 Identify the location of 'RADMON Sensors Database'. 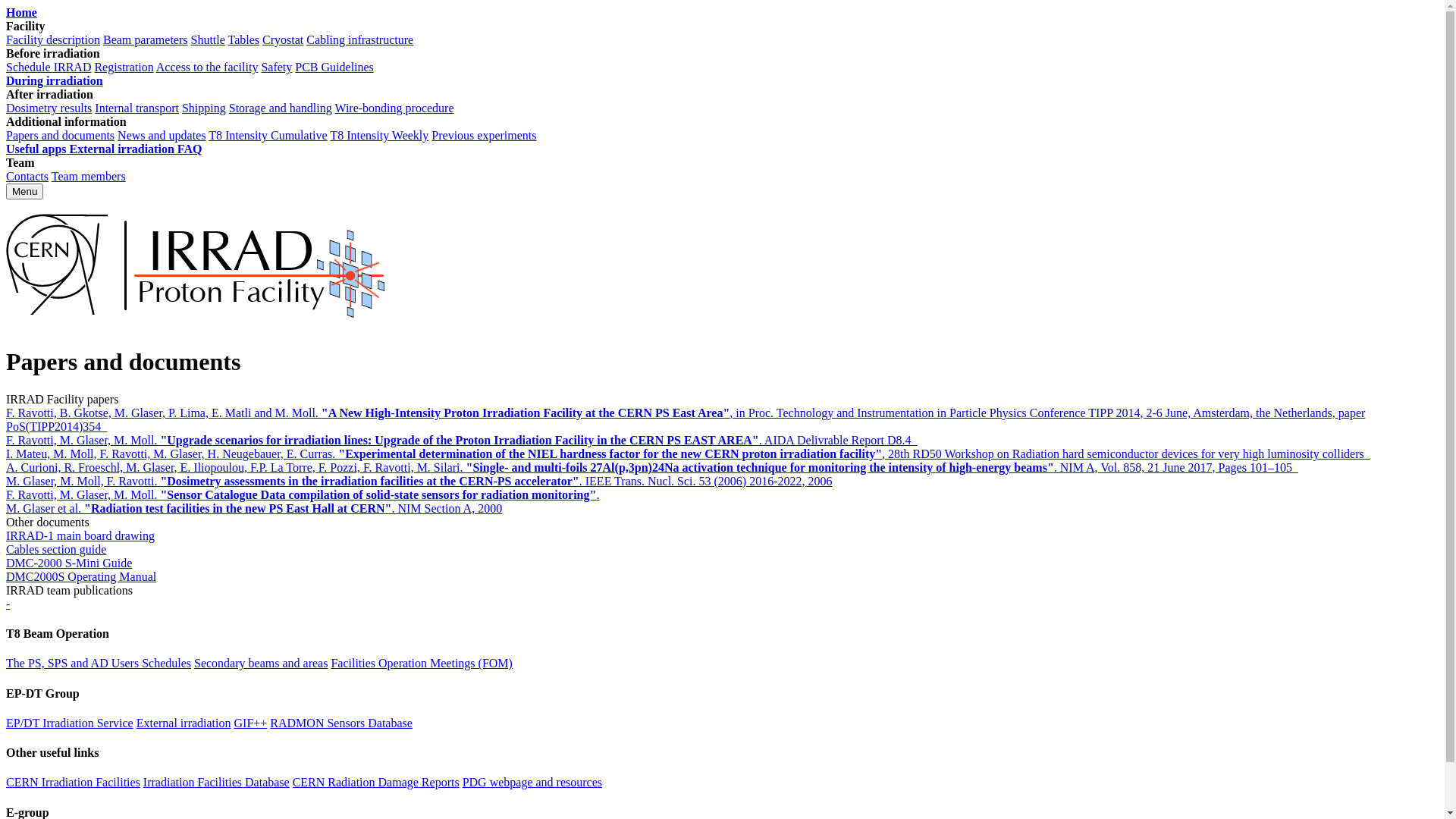
(340, 722).